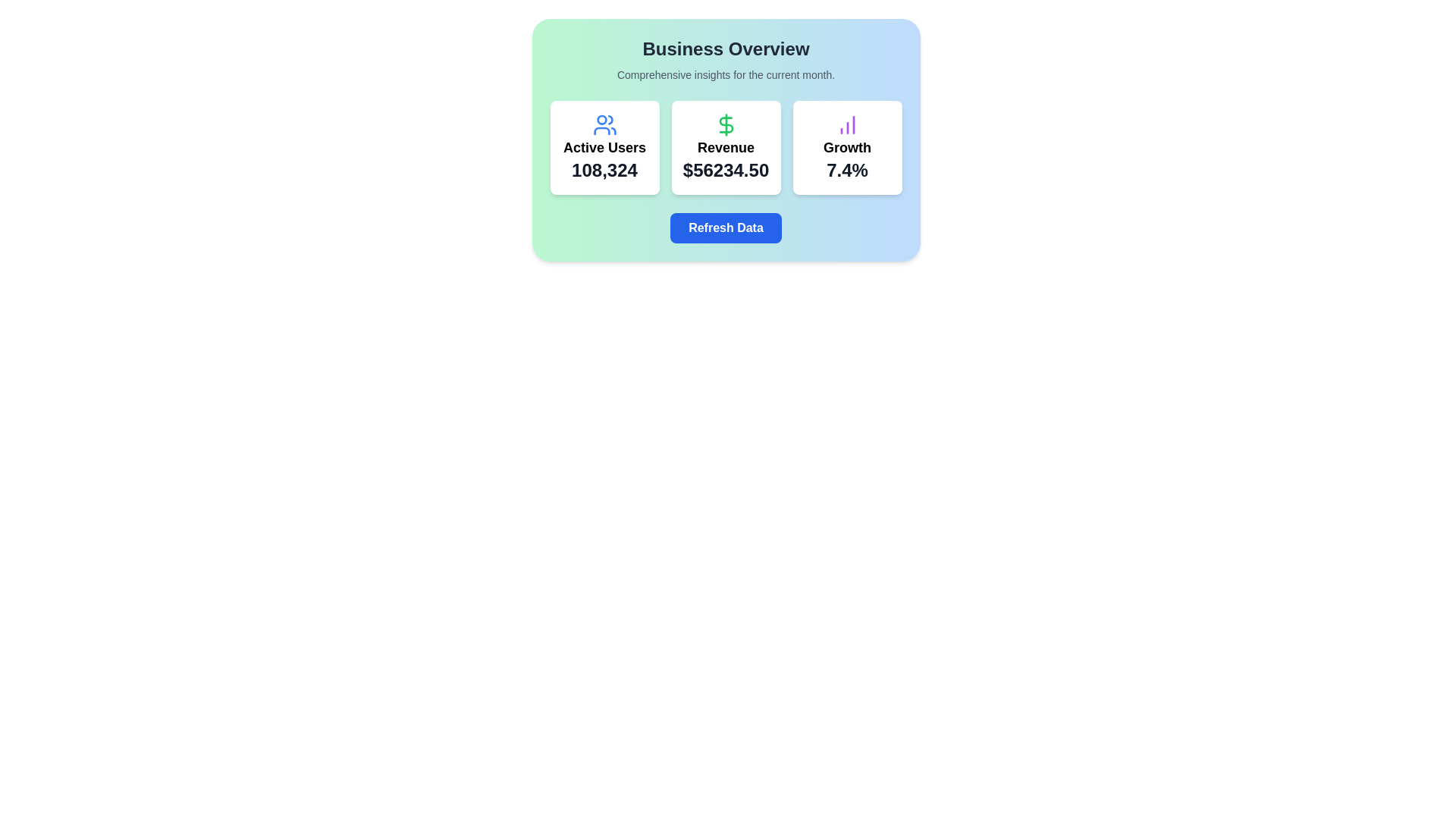  Describe the element at coordinates (846, 124) in the screenshot. I see `the vibrant purple bar chart icon located at the top of the 'Growth' card, above the text 'Growth' and the percentage value '7.4%'` at that location.